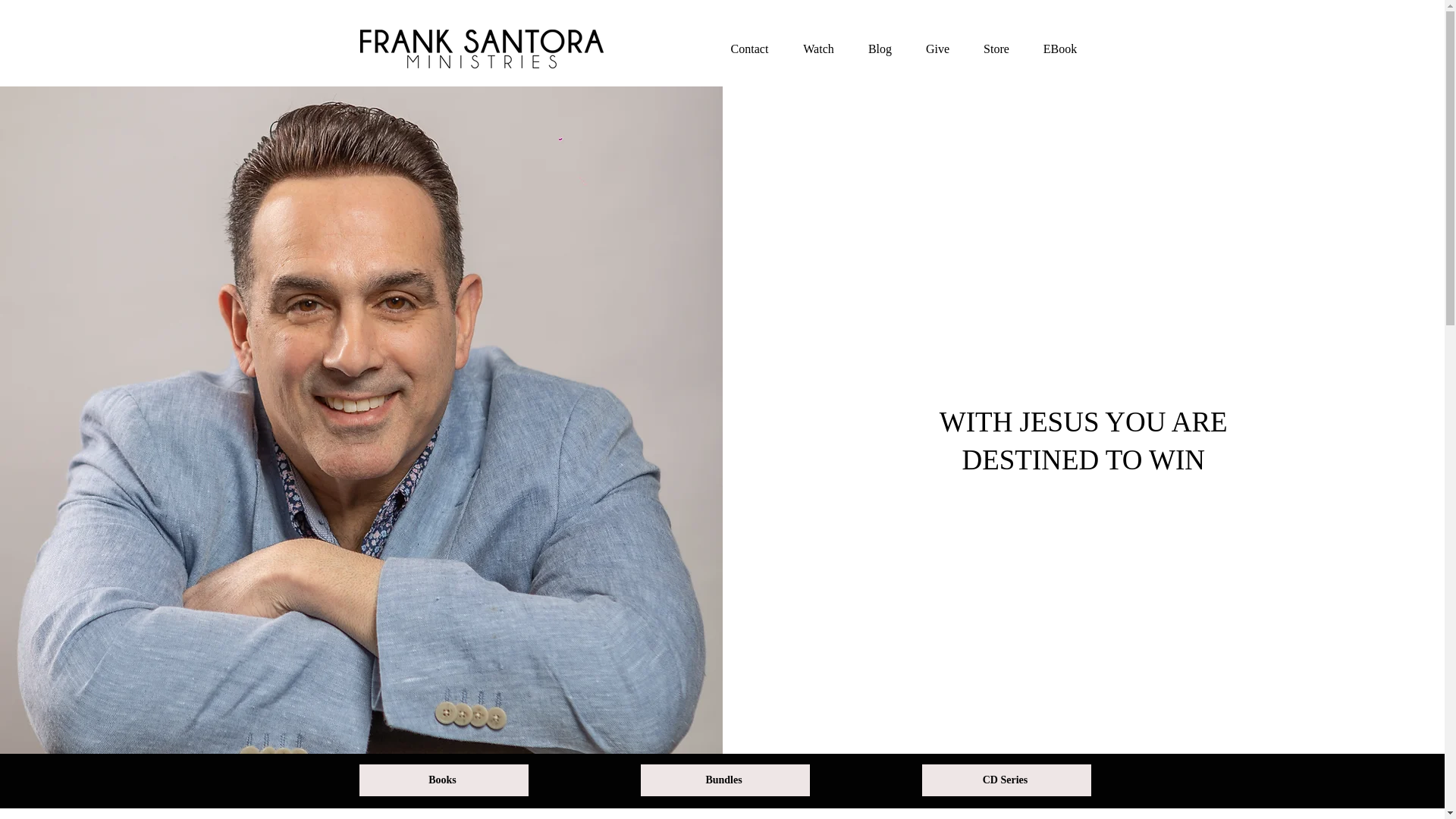  What do you see at coordinates (749, 49) in the screenshot?
I see `'Contact'` at bounding box center [749, 49].